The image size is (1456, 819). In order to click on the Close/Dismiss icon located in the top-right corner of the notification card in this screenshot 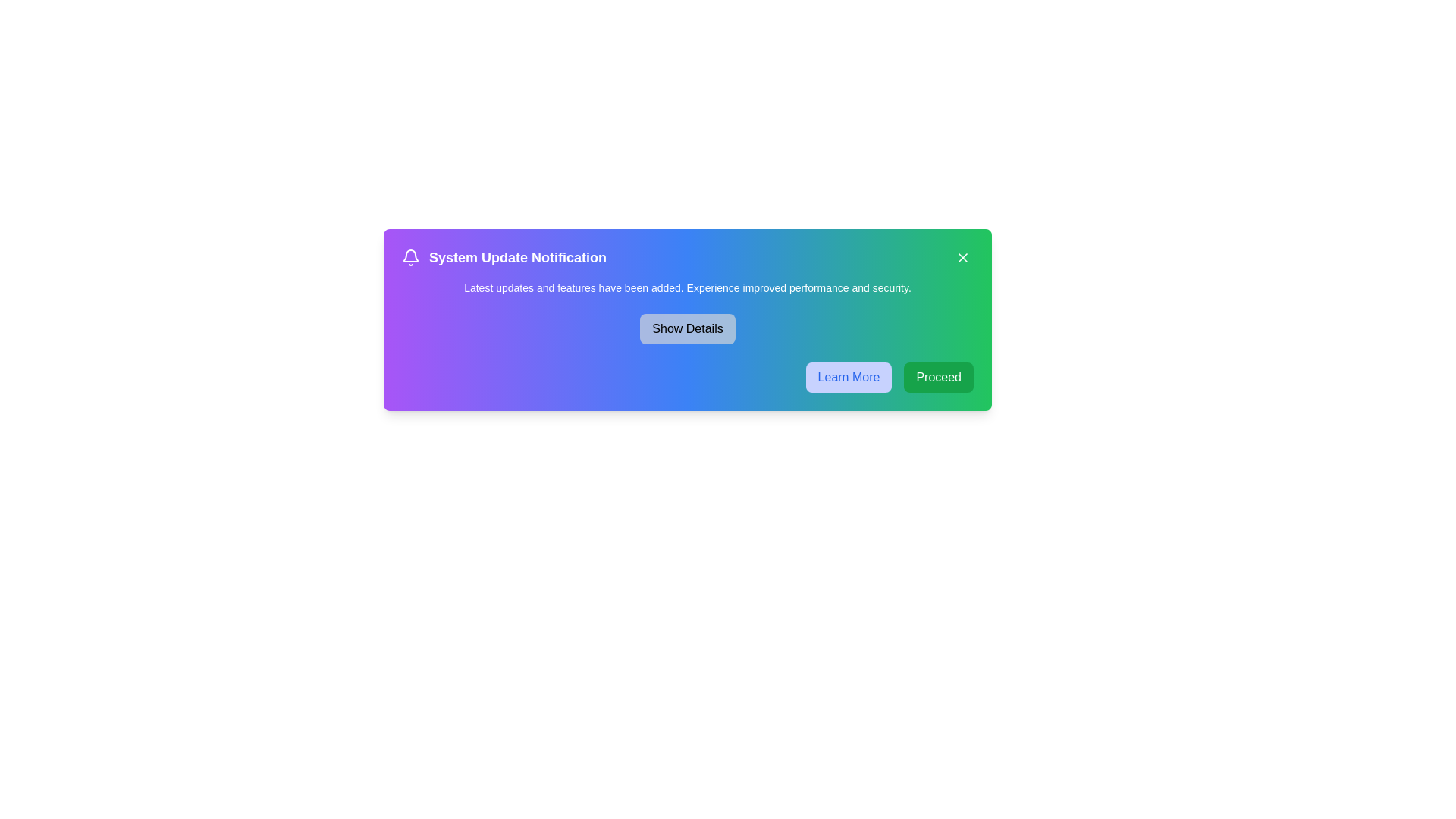, I will do `click(962, 256)`.